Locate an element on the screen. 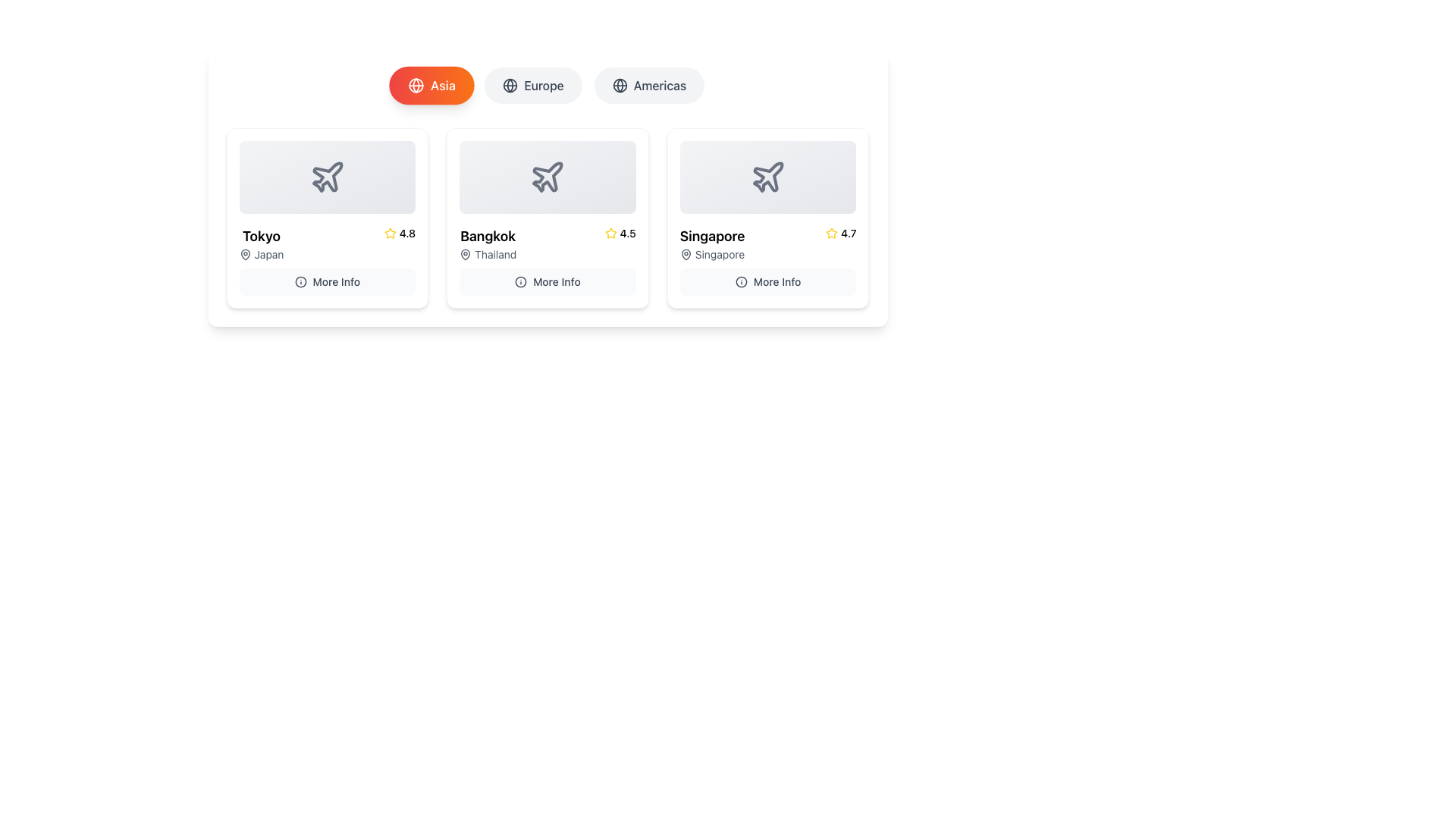 The height and width of the screenshot is (819, 1456). 'Tokyo' text label, which serves as the title for the associated card representing the destination of Tokyo, located in the first column of a horizontal layout of cards is located at coordinates (262, 237).